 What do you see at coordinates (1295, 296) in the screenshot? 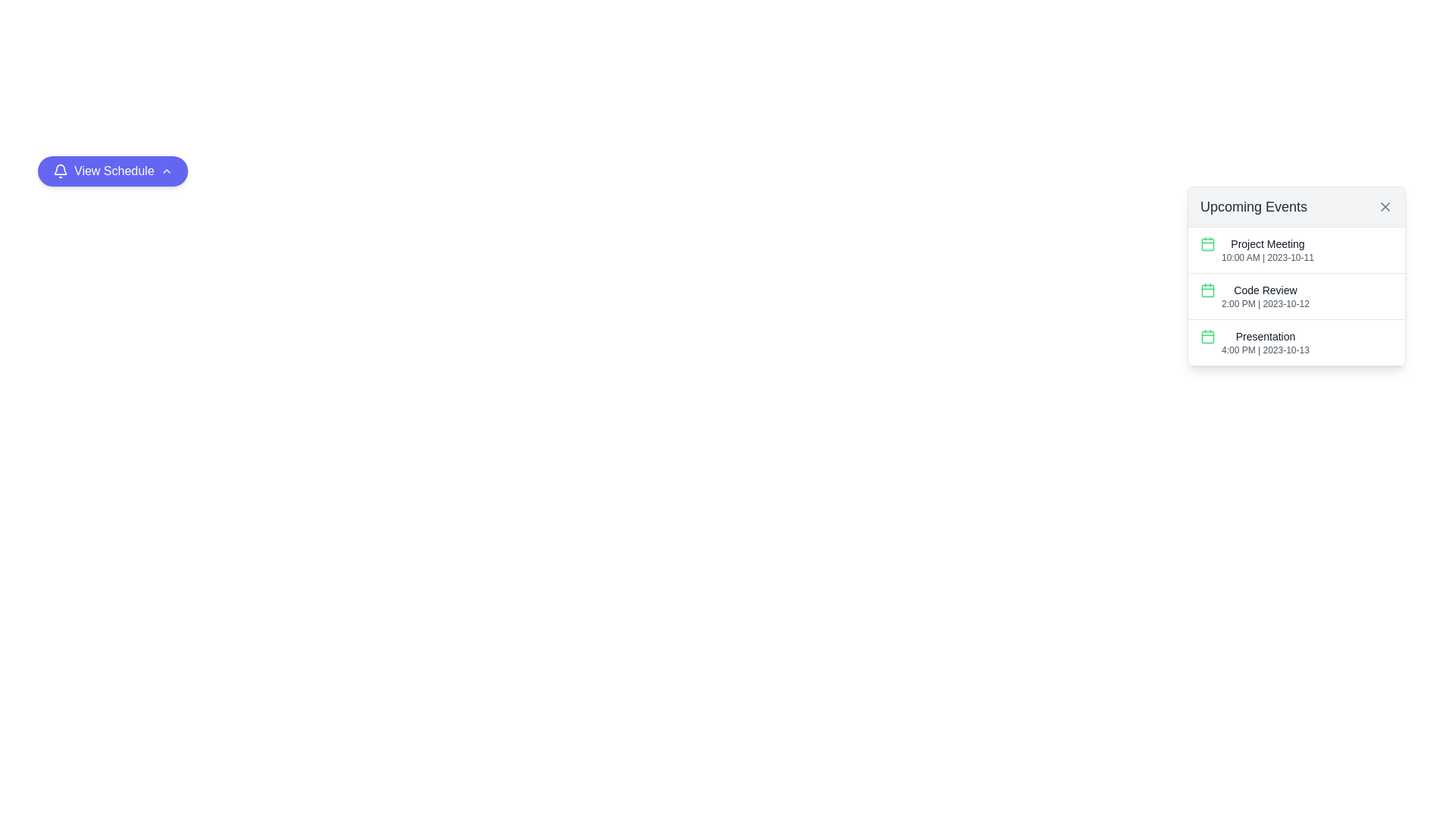
I see `the Information display item for event details that shows 'Code Review' and its scheduled date and time '2:00 PM | 2023-10-12'` at bounding box center [1295, 296].